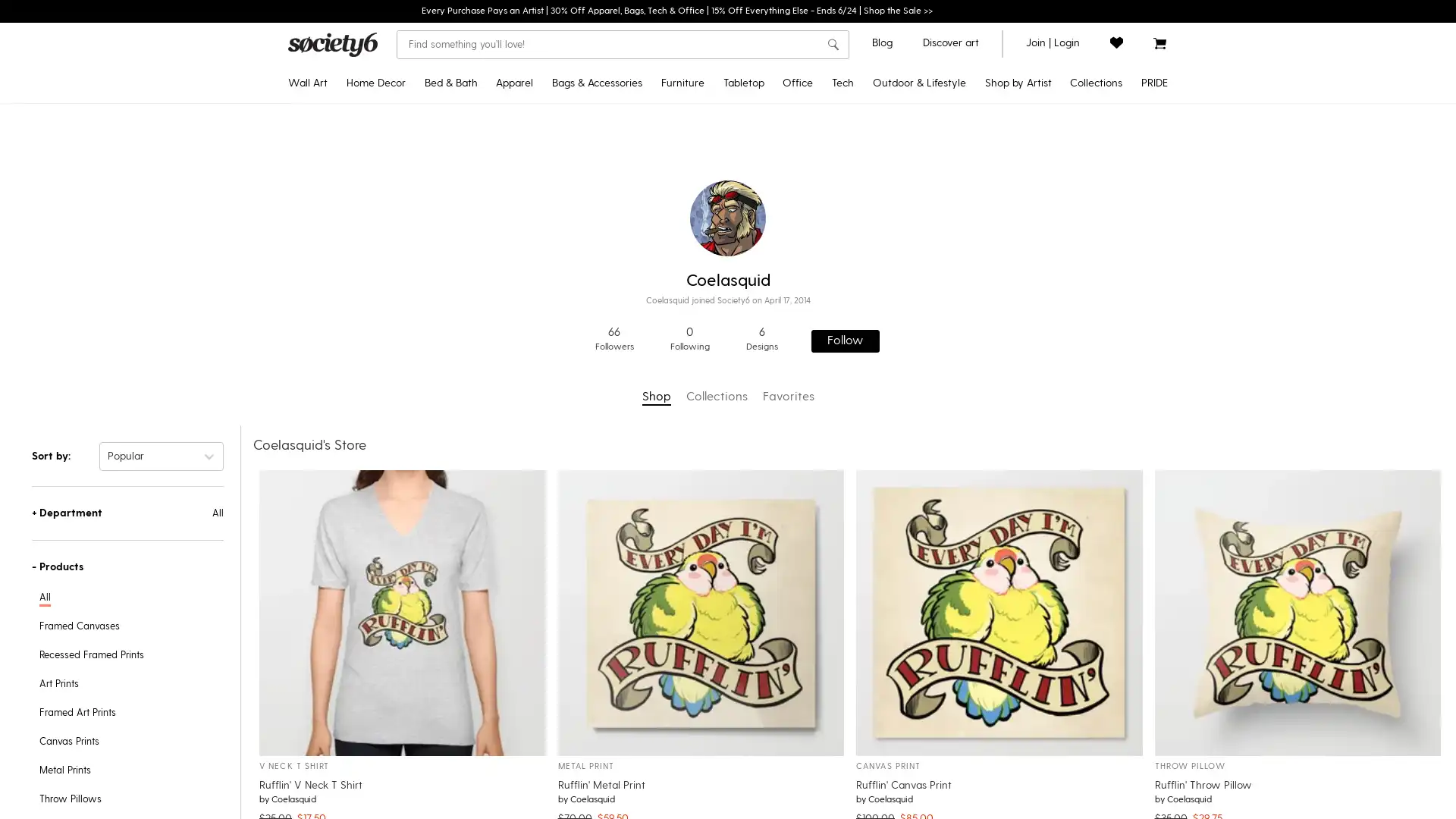 This screenshot has width=1456, height=819. I want to click on Artist Showcase, so click(977, 292).